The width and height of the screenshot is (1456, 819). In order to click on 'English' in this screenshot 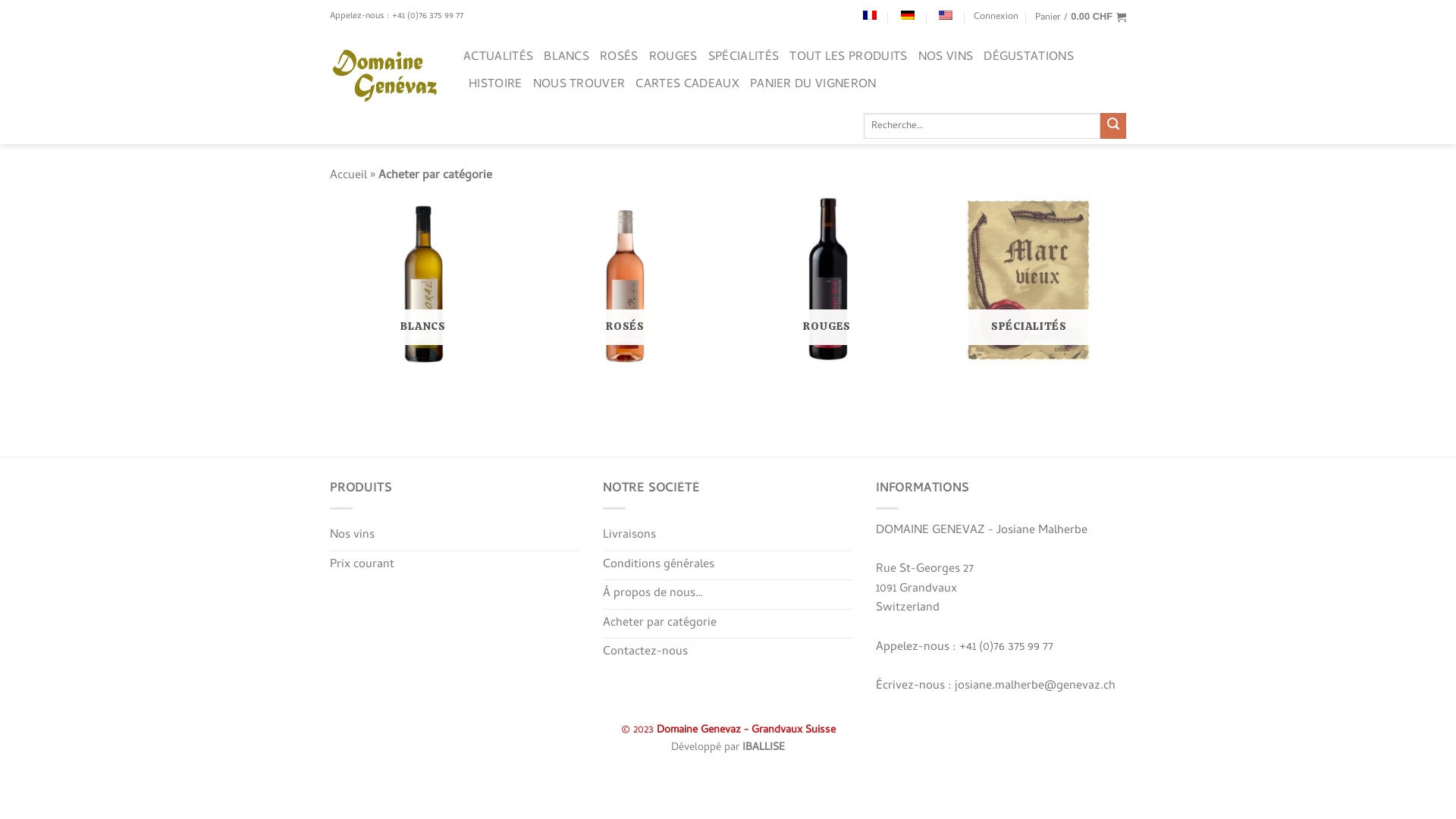, I will do `click(945, 14)`.